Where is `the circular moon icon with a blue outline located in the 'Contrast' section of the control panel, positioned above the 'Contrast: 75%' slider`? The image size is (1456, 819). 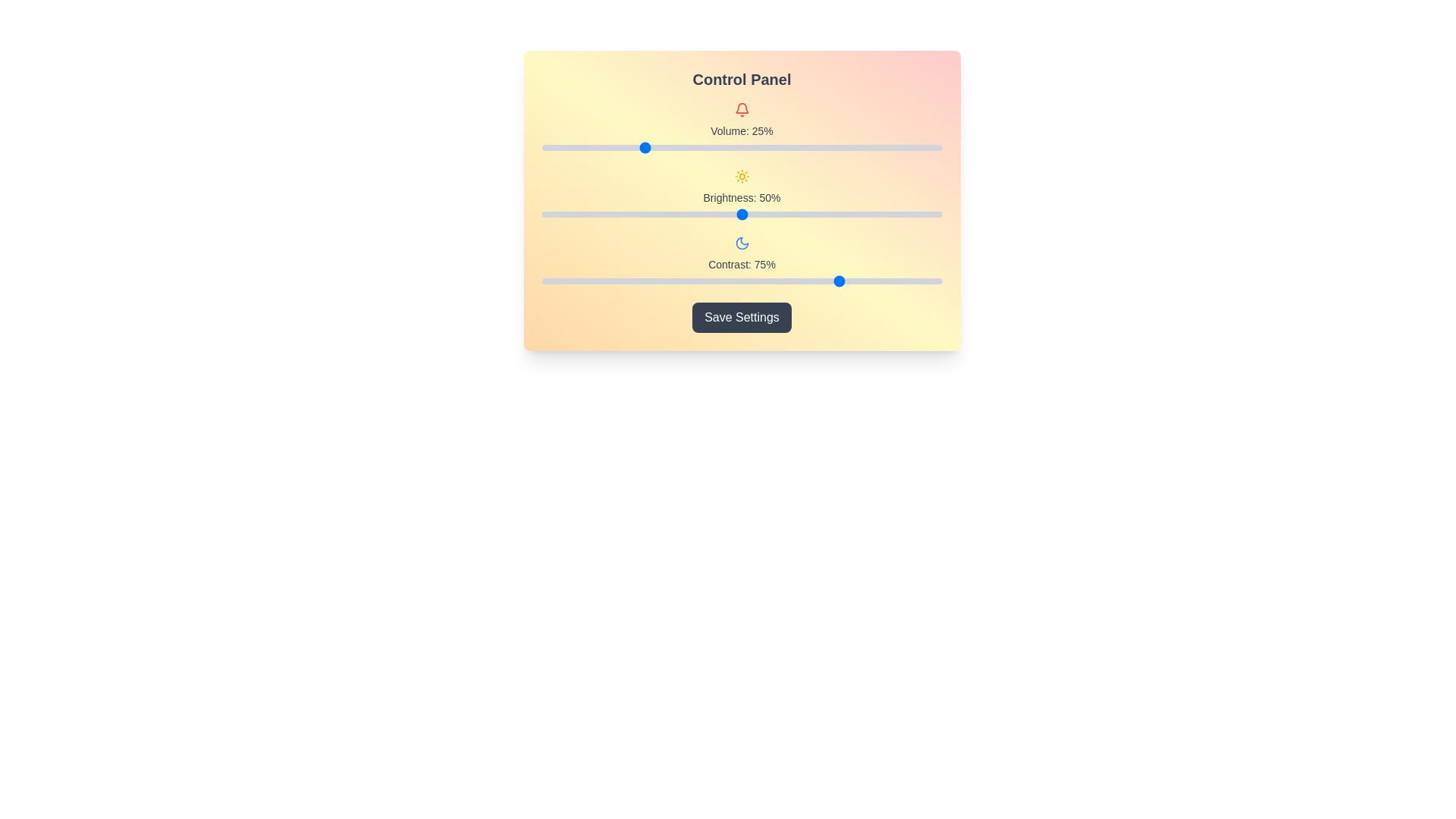
the circular moon icon with a blue outline located in the 'Contrast' section of the control panel, positioned above the 'Contrast: 75%' slider is located at coordinates (742, 242).